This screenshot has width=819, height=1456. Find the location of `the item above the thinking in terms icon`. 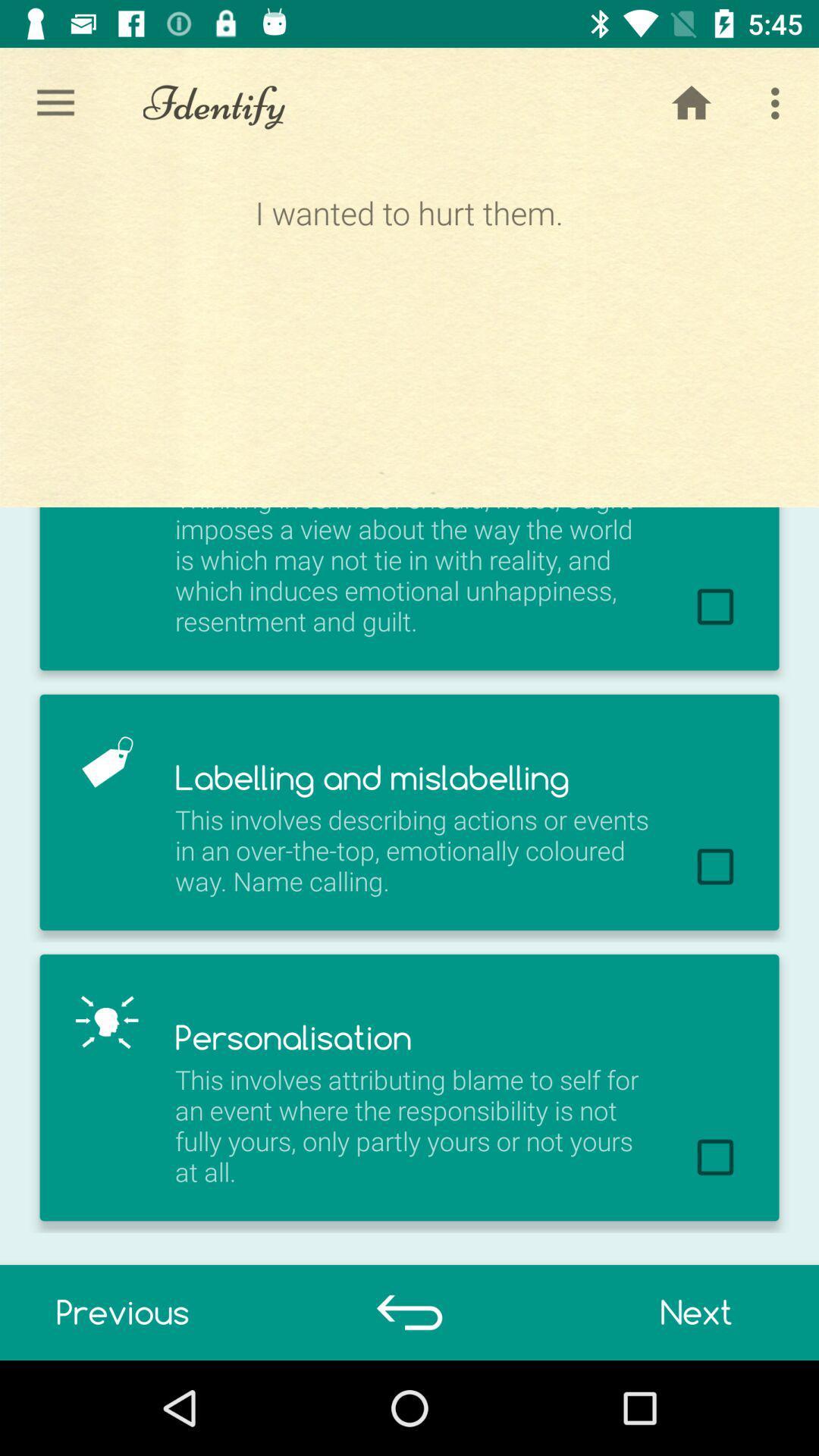

the item above the thinking in terms icon is located at coordinates (408, 332).